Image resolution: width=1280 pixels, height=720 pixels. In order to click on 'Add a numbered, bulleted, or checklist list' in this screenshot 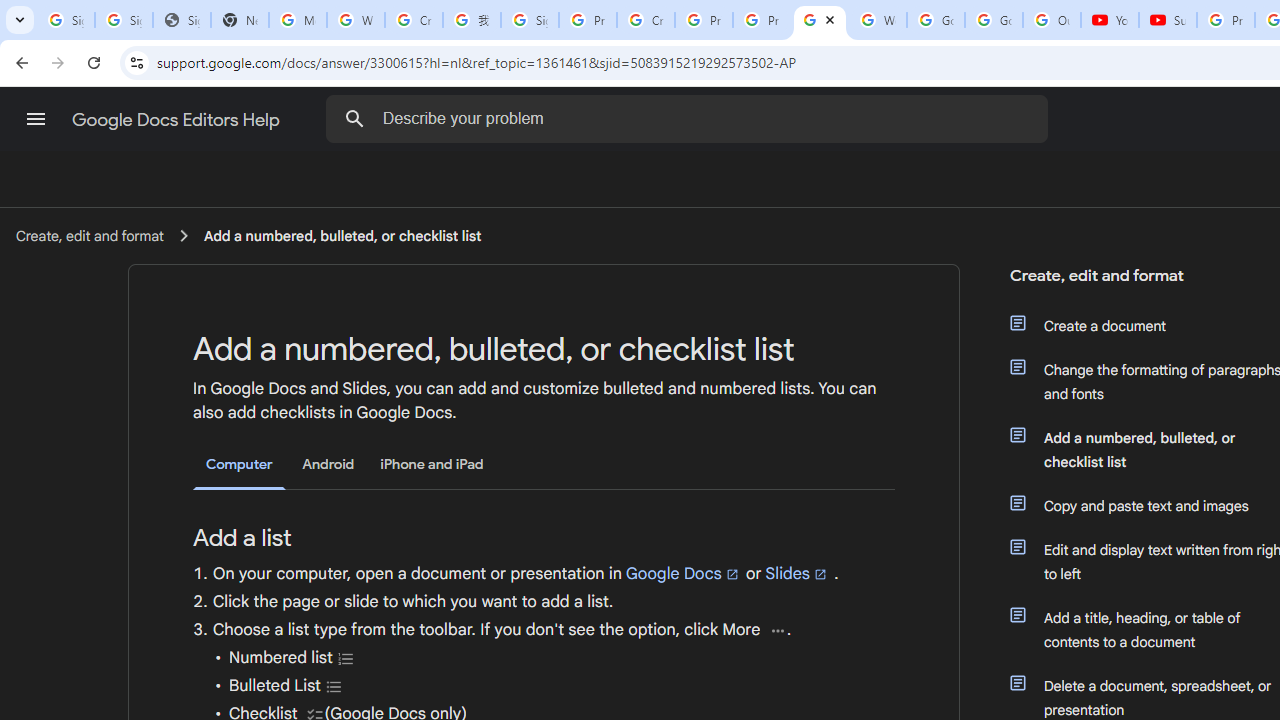, I will do `click(343, 234)`.